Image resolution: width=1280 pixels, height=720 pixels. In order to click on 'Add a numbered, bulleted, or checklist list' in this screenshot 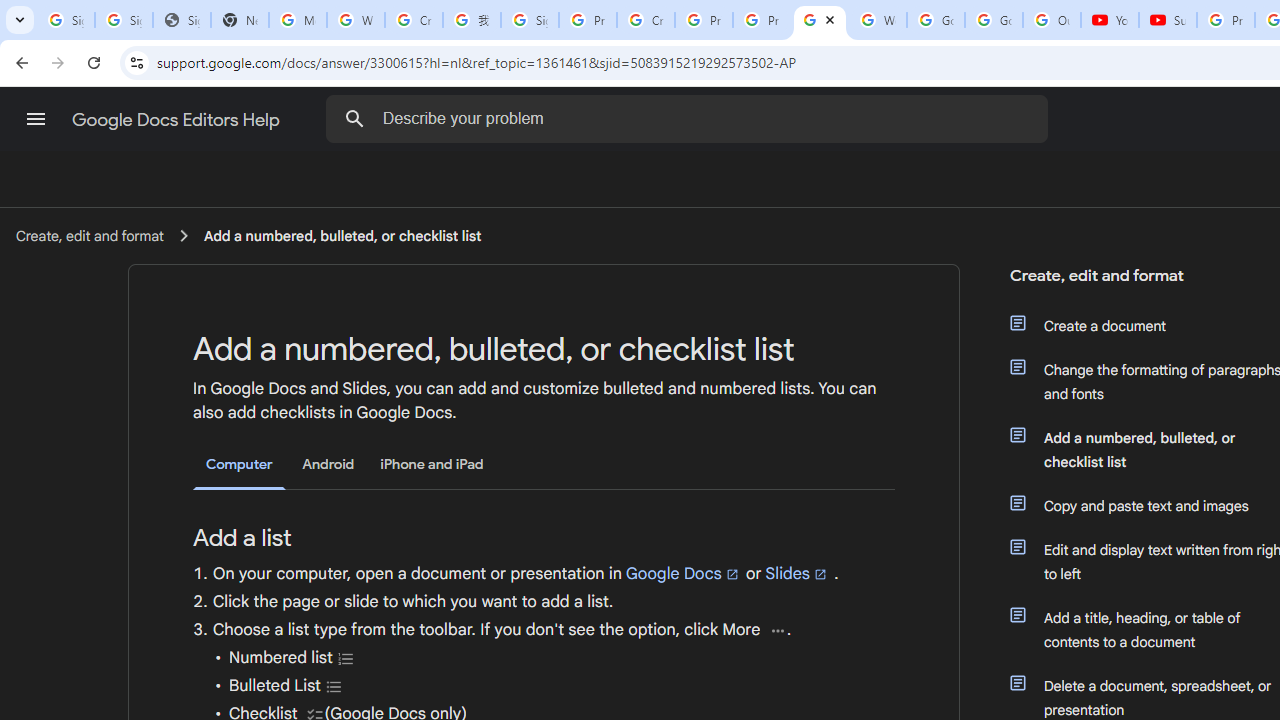, I will do `click(343, 234)`.